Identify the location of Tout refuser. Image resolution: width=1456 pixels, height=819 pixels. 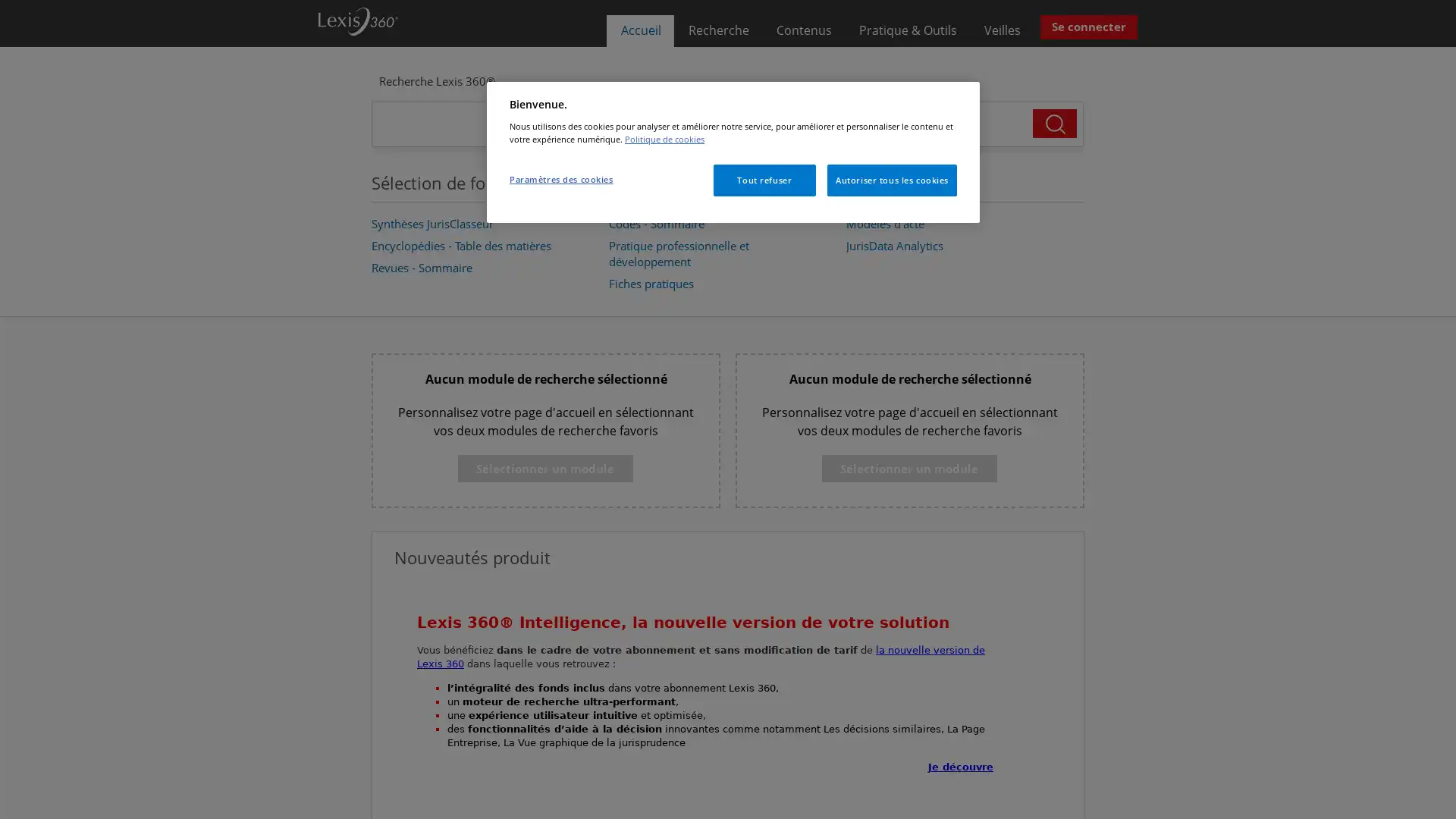
(764, 178).